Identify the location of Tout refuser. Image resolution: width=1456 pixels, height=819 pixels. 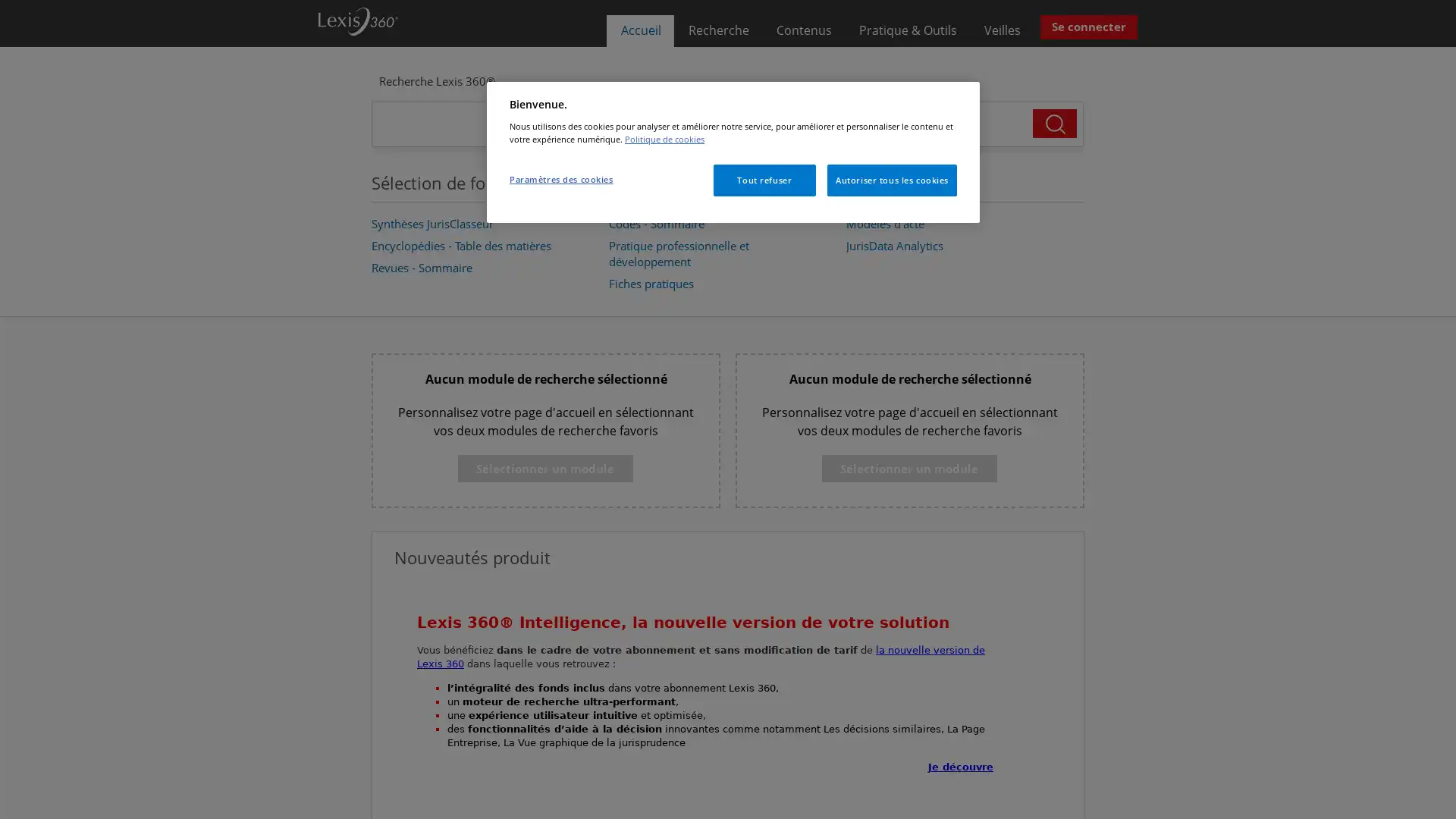
(764, 178).